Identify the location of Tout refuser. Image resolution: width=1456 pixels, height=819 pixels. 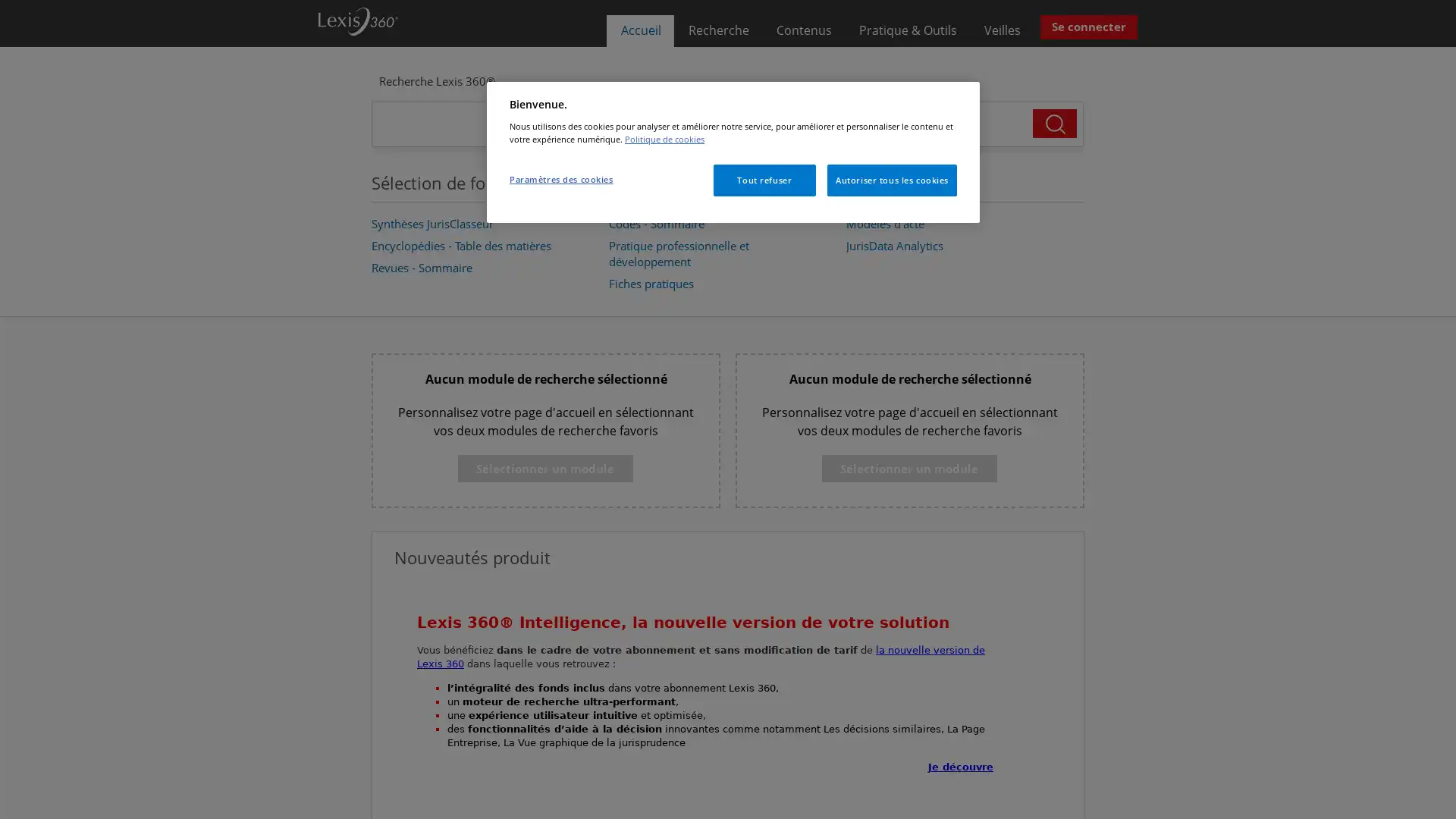
(764, 178).